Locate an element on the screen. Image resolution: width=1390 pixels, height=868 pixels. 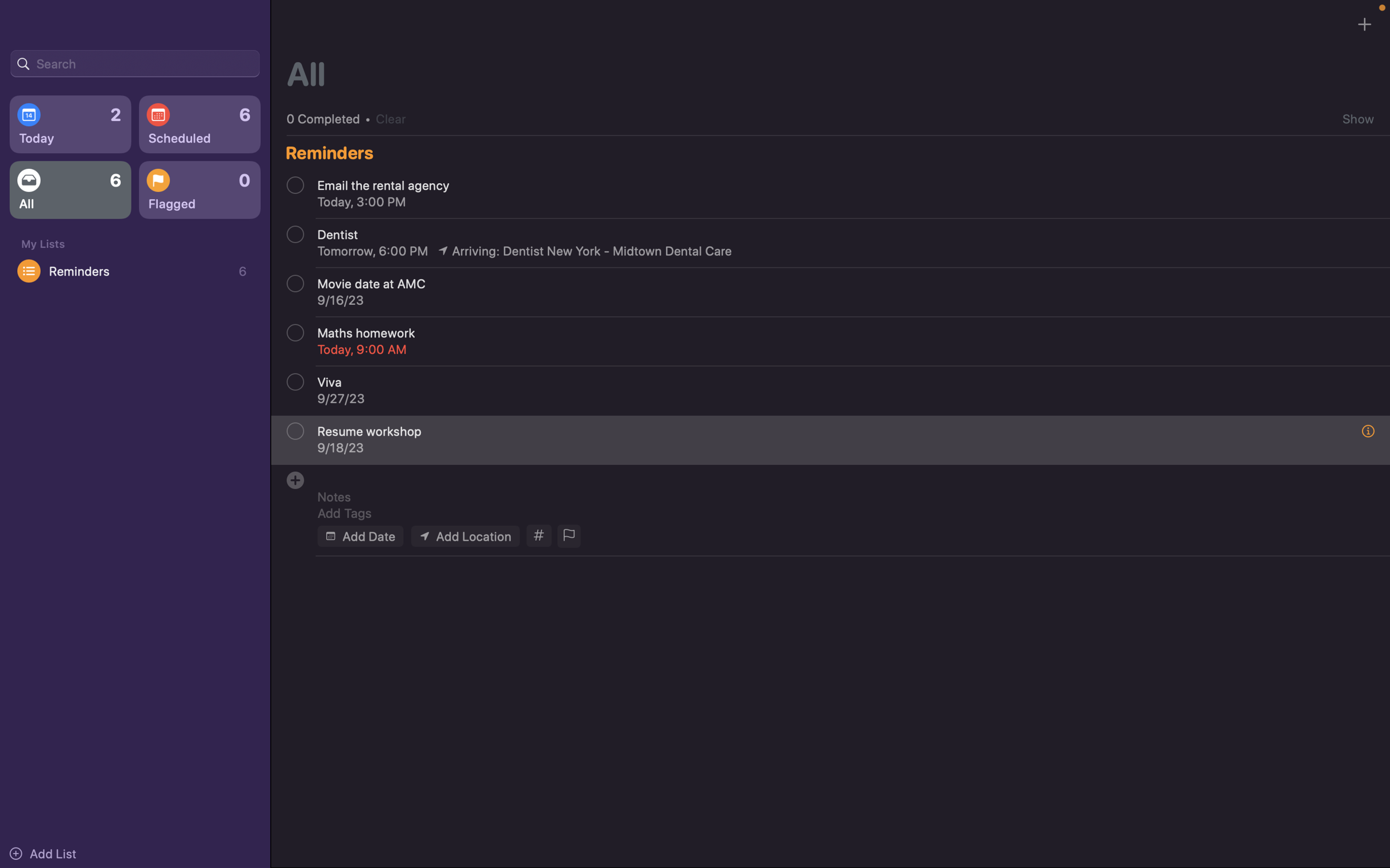
the location of the event to "Mellon Institute is located at coordinates (464, 535).